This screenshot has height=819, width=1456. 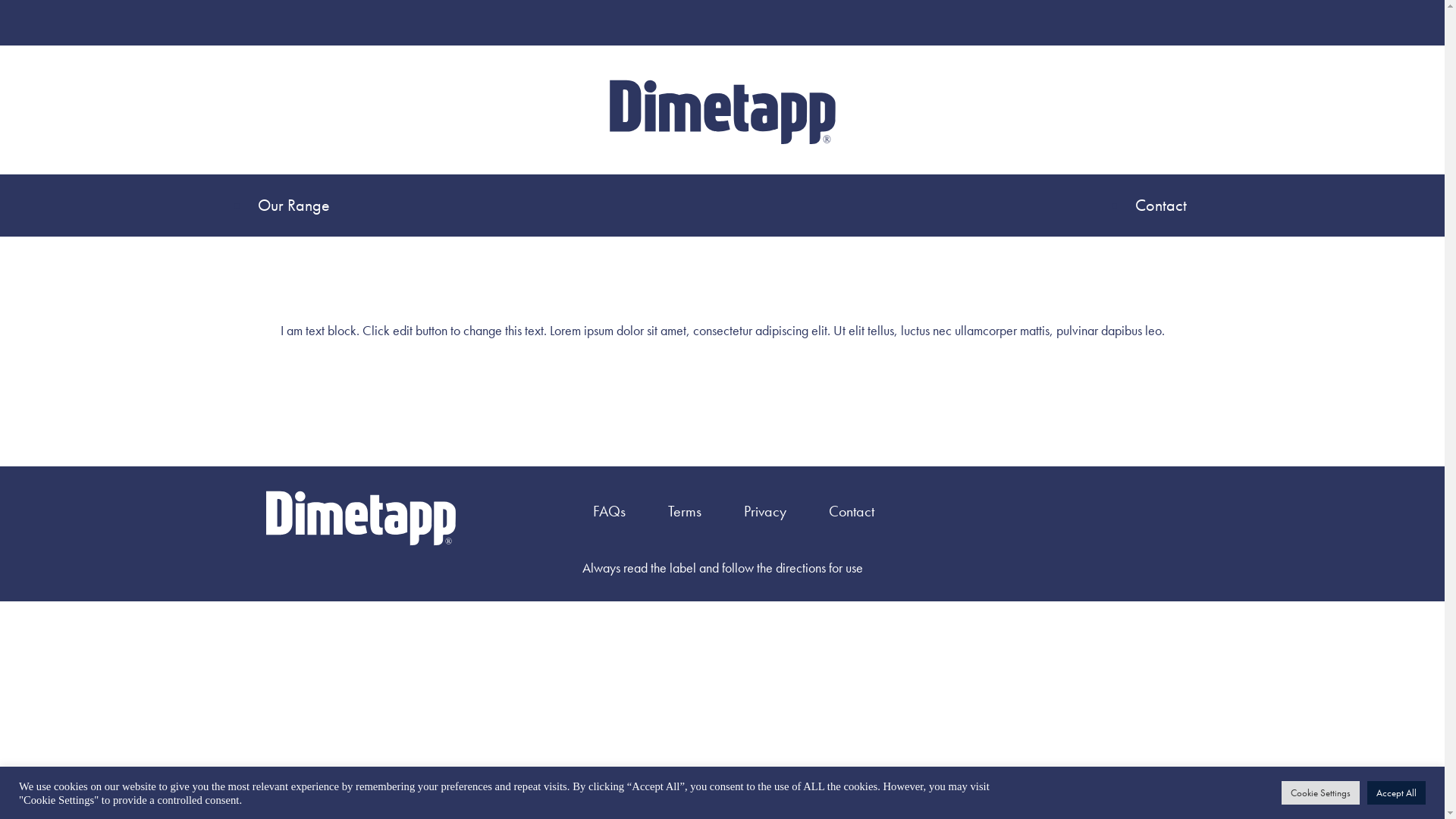 I want to click on 'Contact', so click(x=852, y=511).